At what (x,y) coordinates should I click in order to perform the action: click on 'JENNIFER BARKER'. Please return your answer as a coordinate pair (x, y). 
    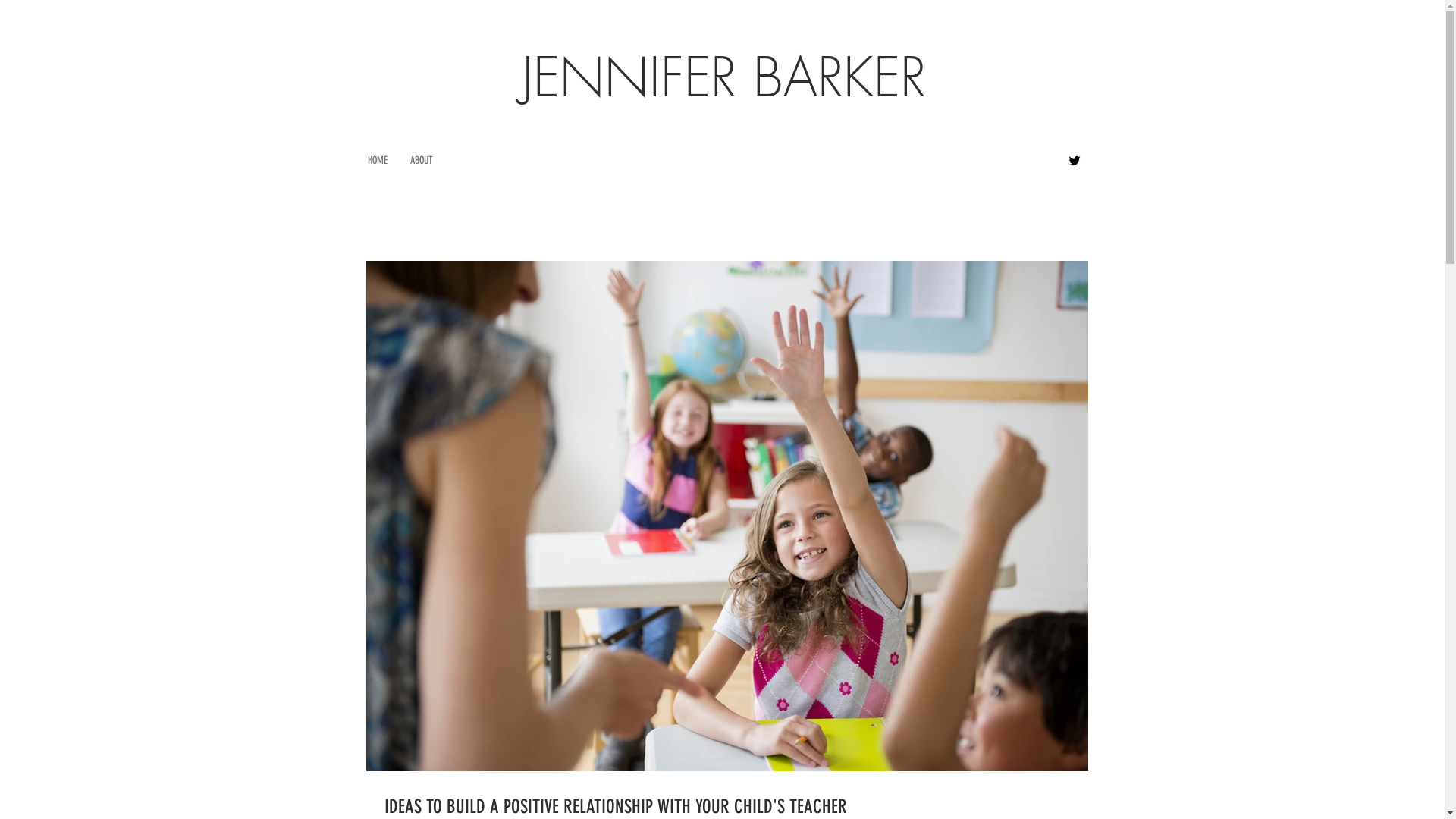
    Looking at the image, I should click on (723, 77).